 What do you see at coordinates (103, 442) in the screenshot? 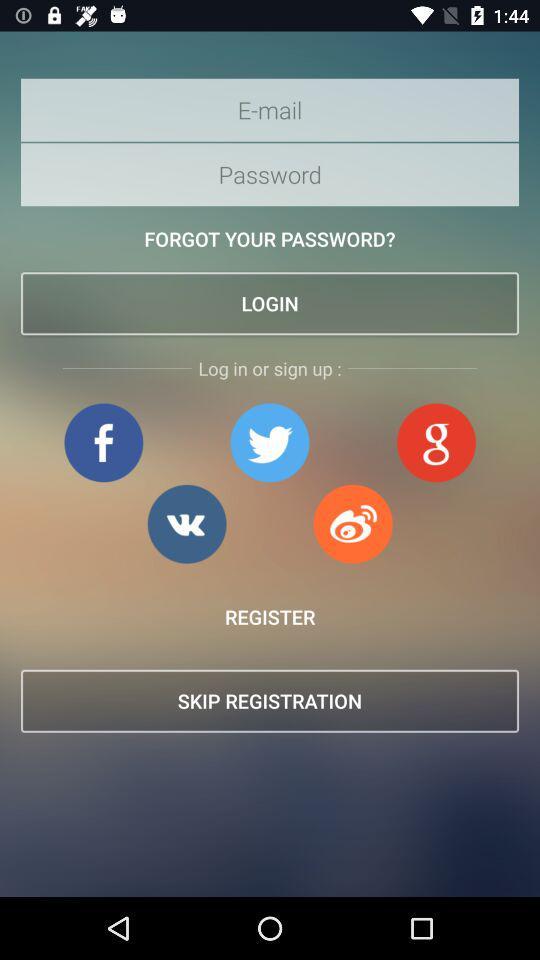
I see `login/sign up whit facebook` at bounding box center [103, 442].